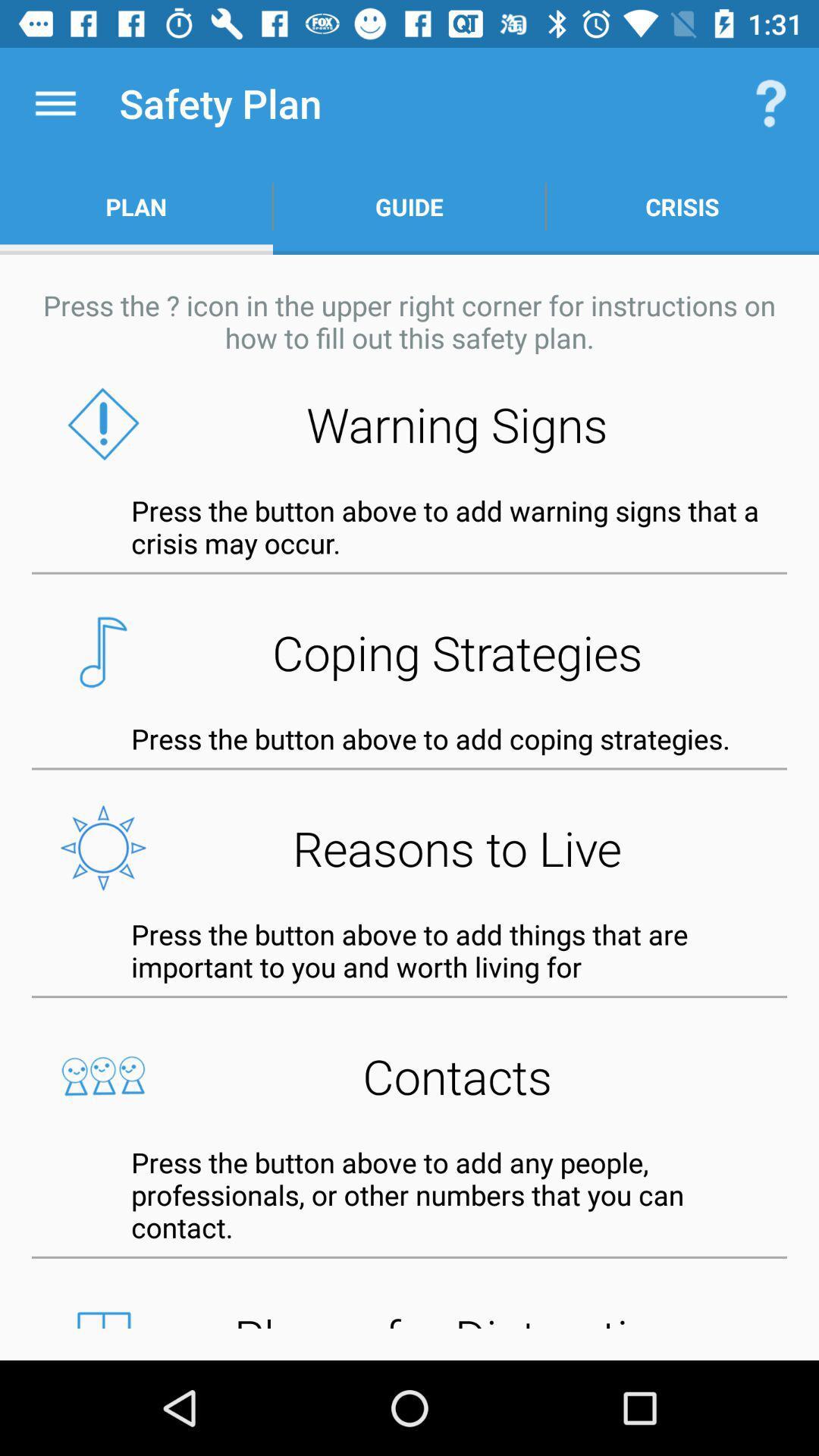 The height and width of the screenshot is (1456, 819). Describe the element at coordinates (409, 206) in the screenshot. I see `the guide app` at that location.